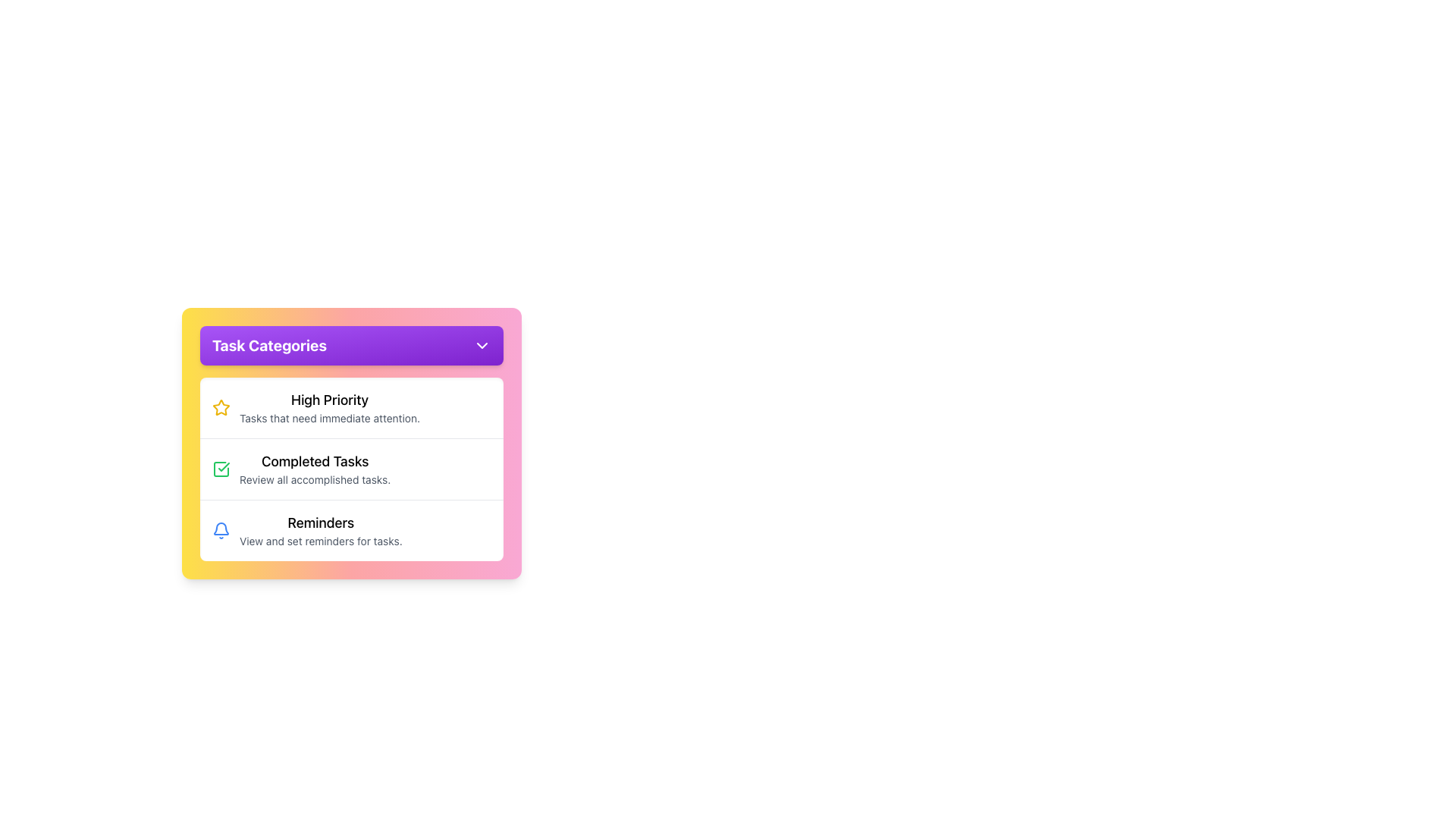 This screenshot has height=819, width=1456. I want to click on text label that serves as a header for the 'High Priority' tasks in the 'Task Categories' panel, positioned near the top of the list, so click(329, 400).